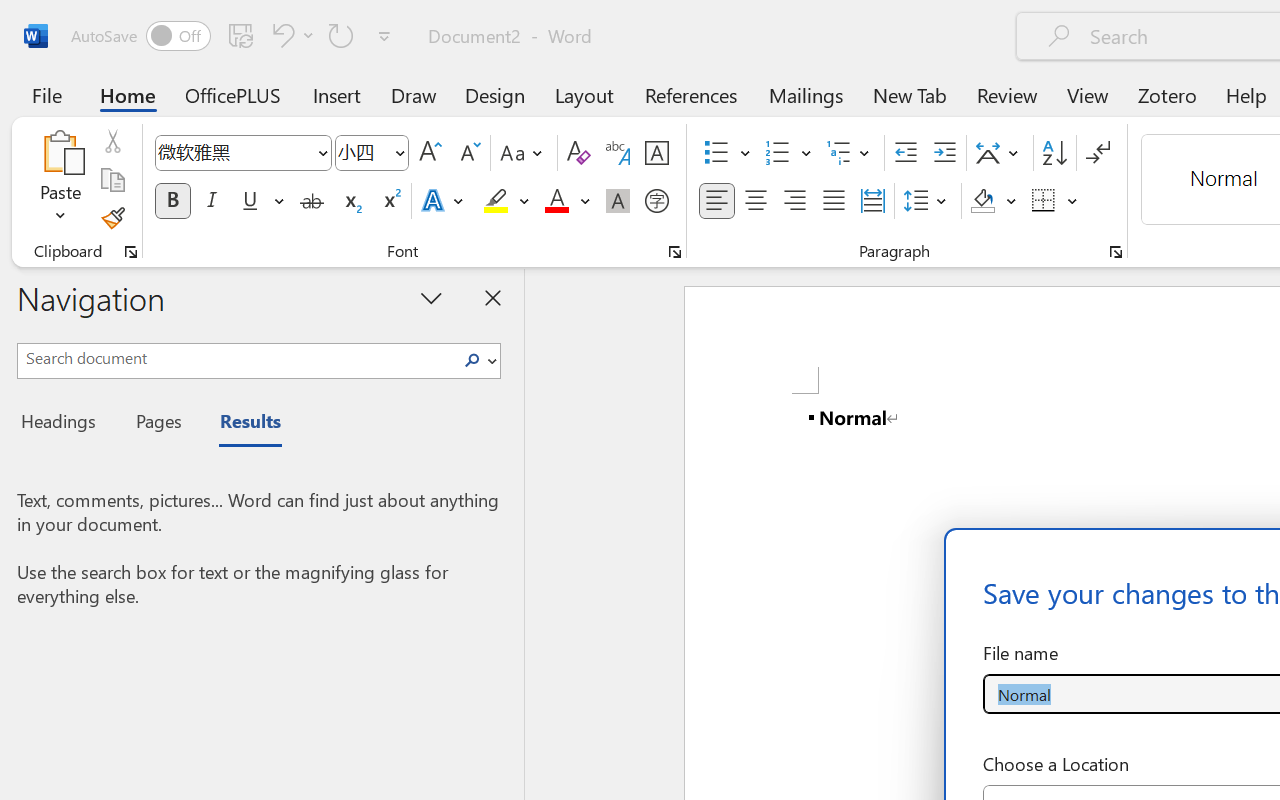 This screenshot has height=800, width=1280. I want to click on 'Underline', so click(249, 201).